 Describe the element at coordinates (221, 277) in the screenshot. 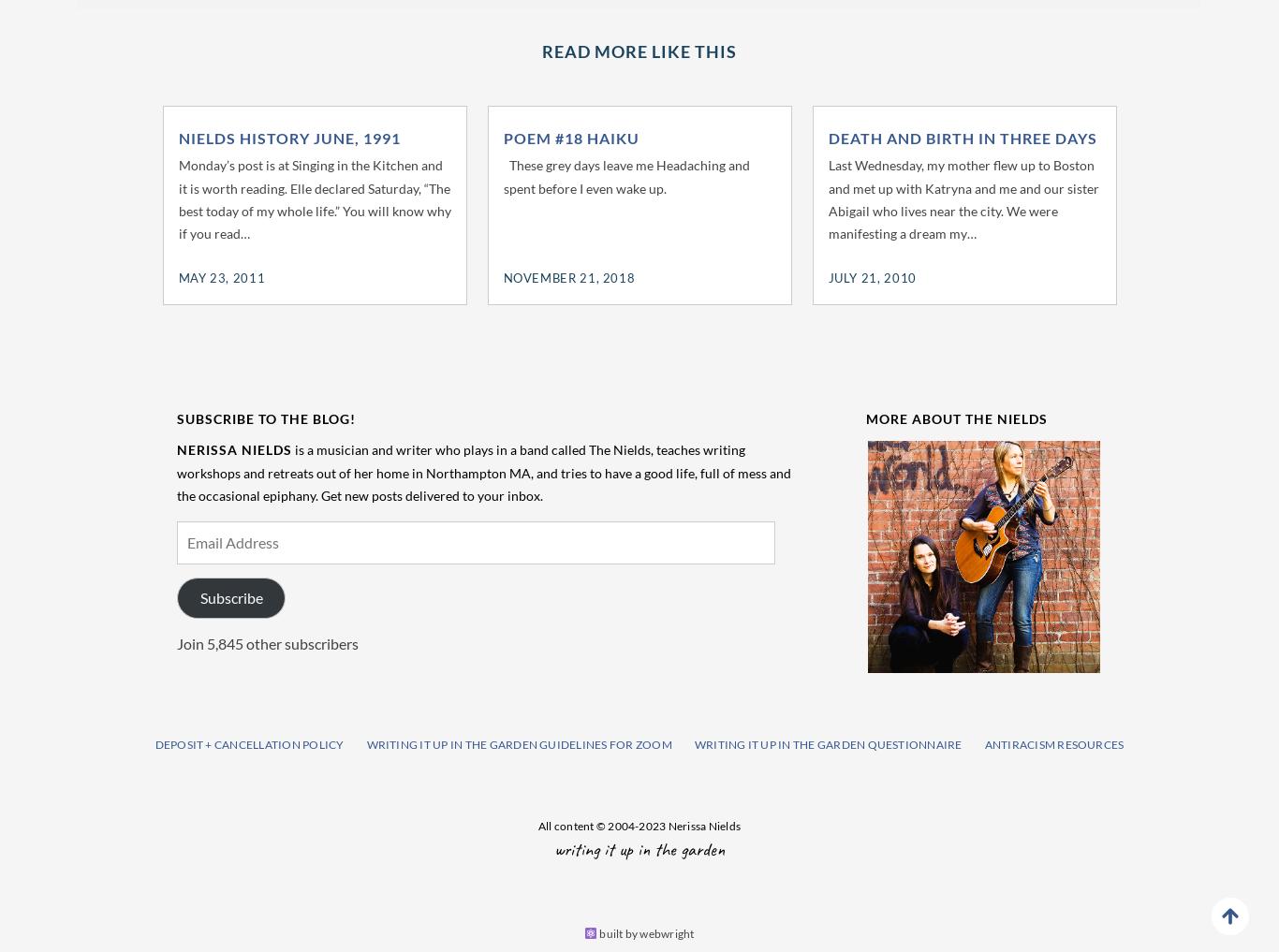

I see `'May 23, 2011'` at that location.